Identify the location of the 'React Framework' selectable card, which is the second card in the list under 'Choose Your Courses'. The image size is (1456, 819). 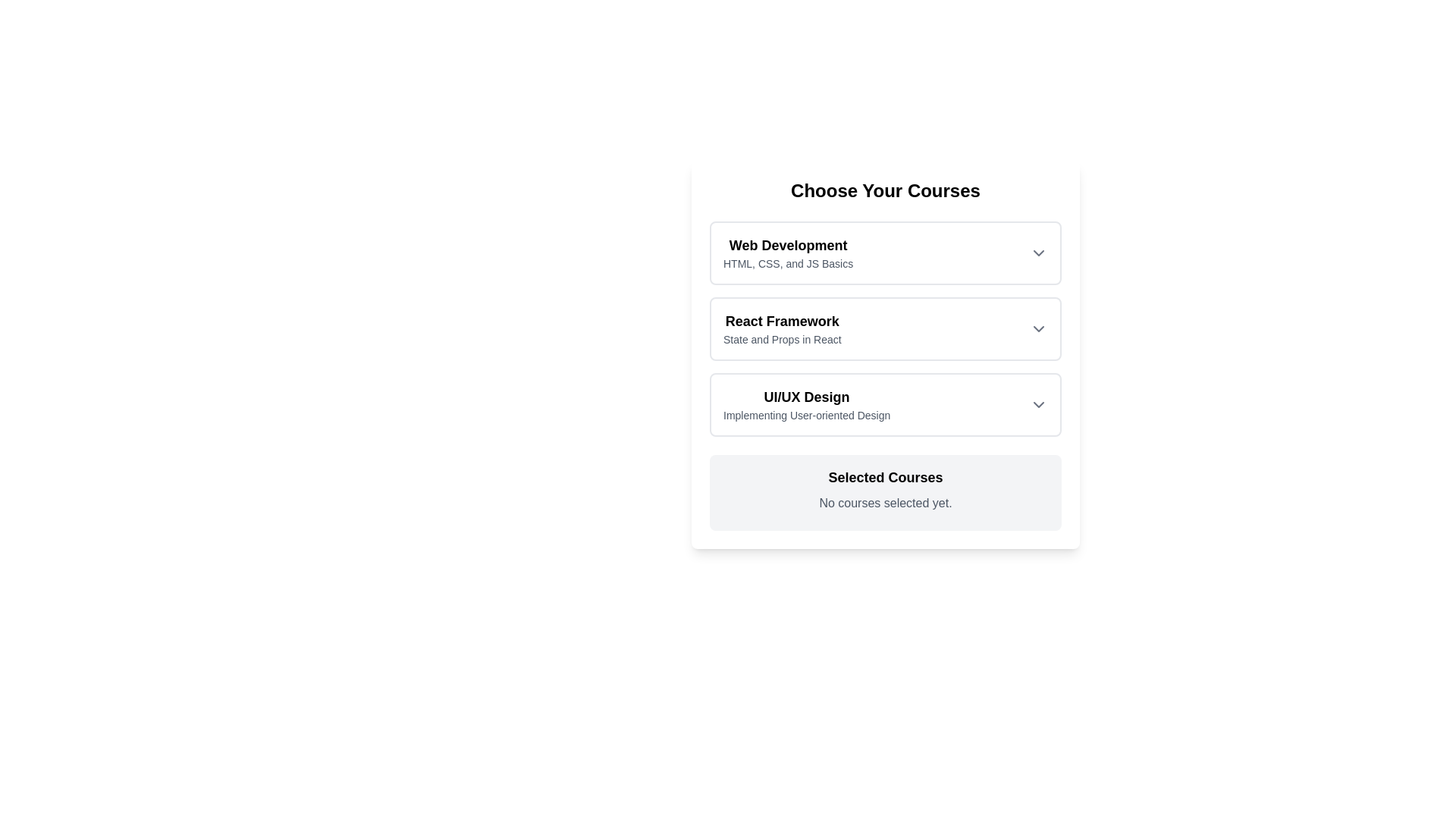
(885, 328).